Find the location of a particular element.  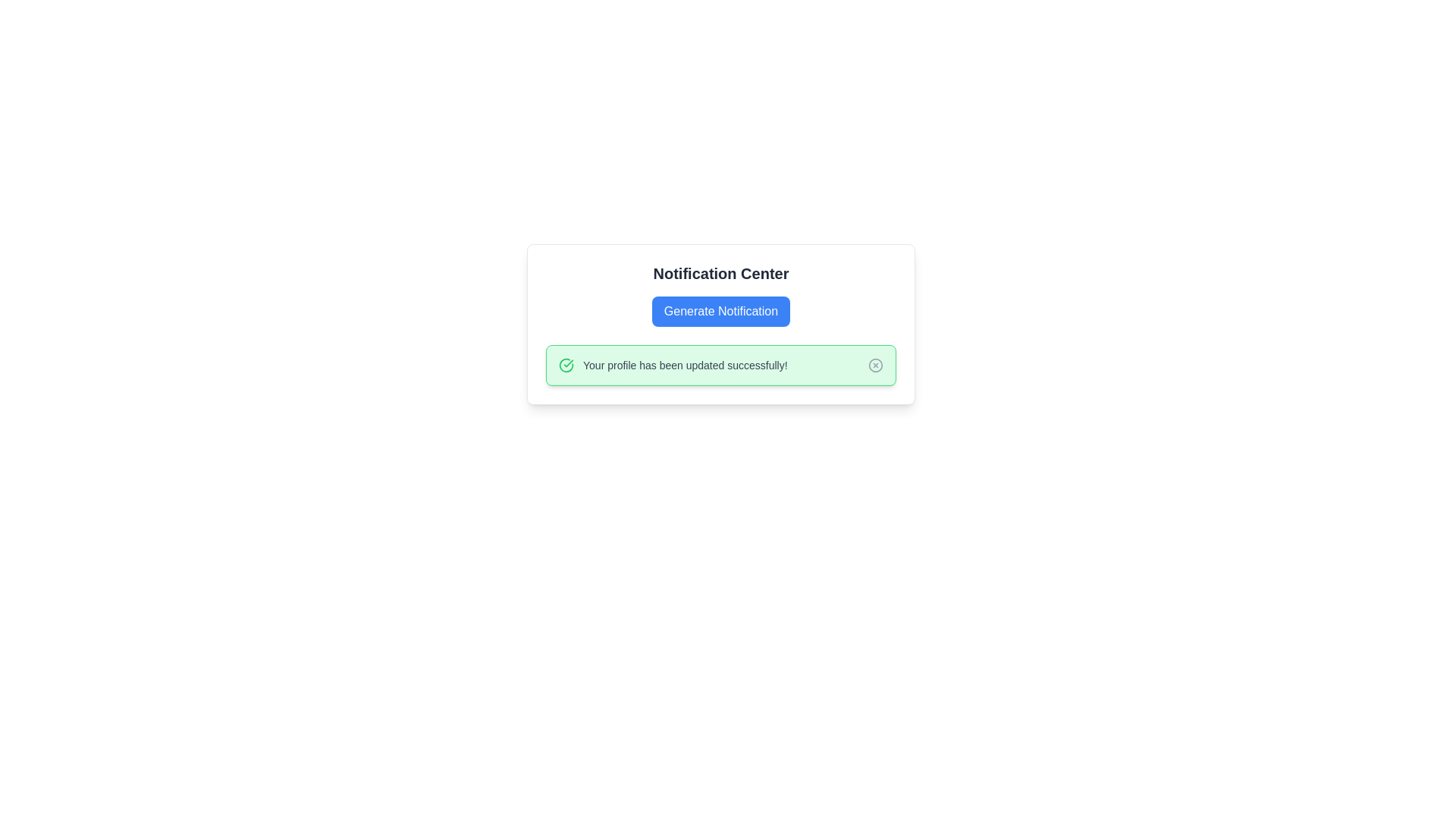

the success confirmation icon located in the notification box, which is the leftmost component representing the message 'Your profile has been updated successfully!' is located at coordinates (566, 366).